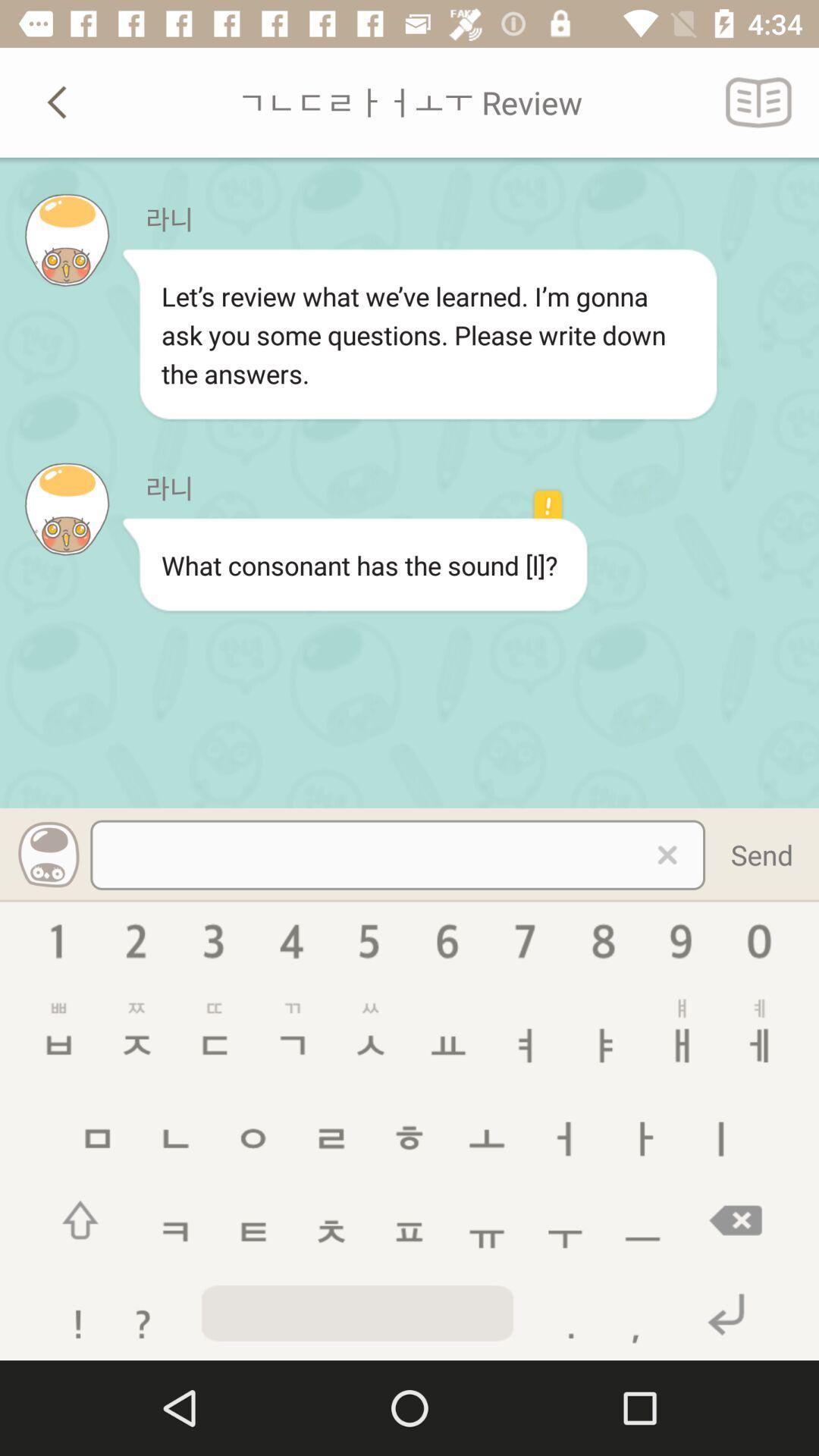 Image resolution: width=819 pixels, height=1456 pixels. I want to click on the navigation icon, so click(526, 943).